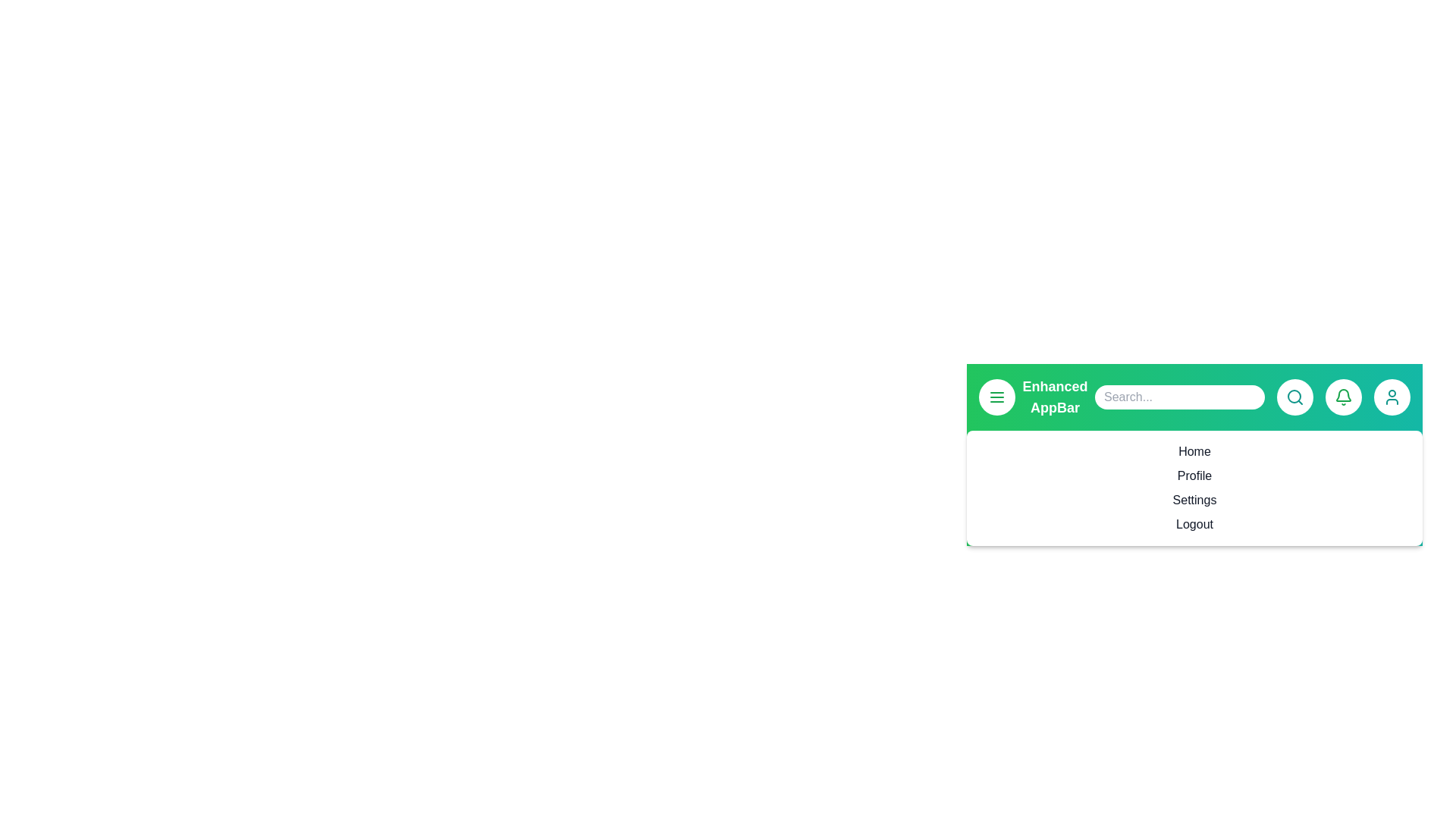 The height and width of the screenshot is (819, 1456). What do you see at coordinates (1194, 500) in the screenshot?
I see `the menu item Settings from the EnhancedAppBar` at bounding box center [1194, 500].